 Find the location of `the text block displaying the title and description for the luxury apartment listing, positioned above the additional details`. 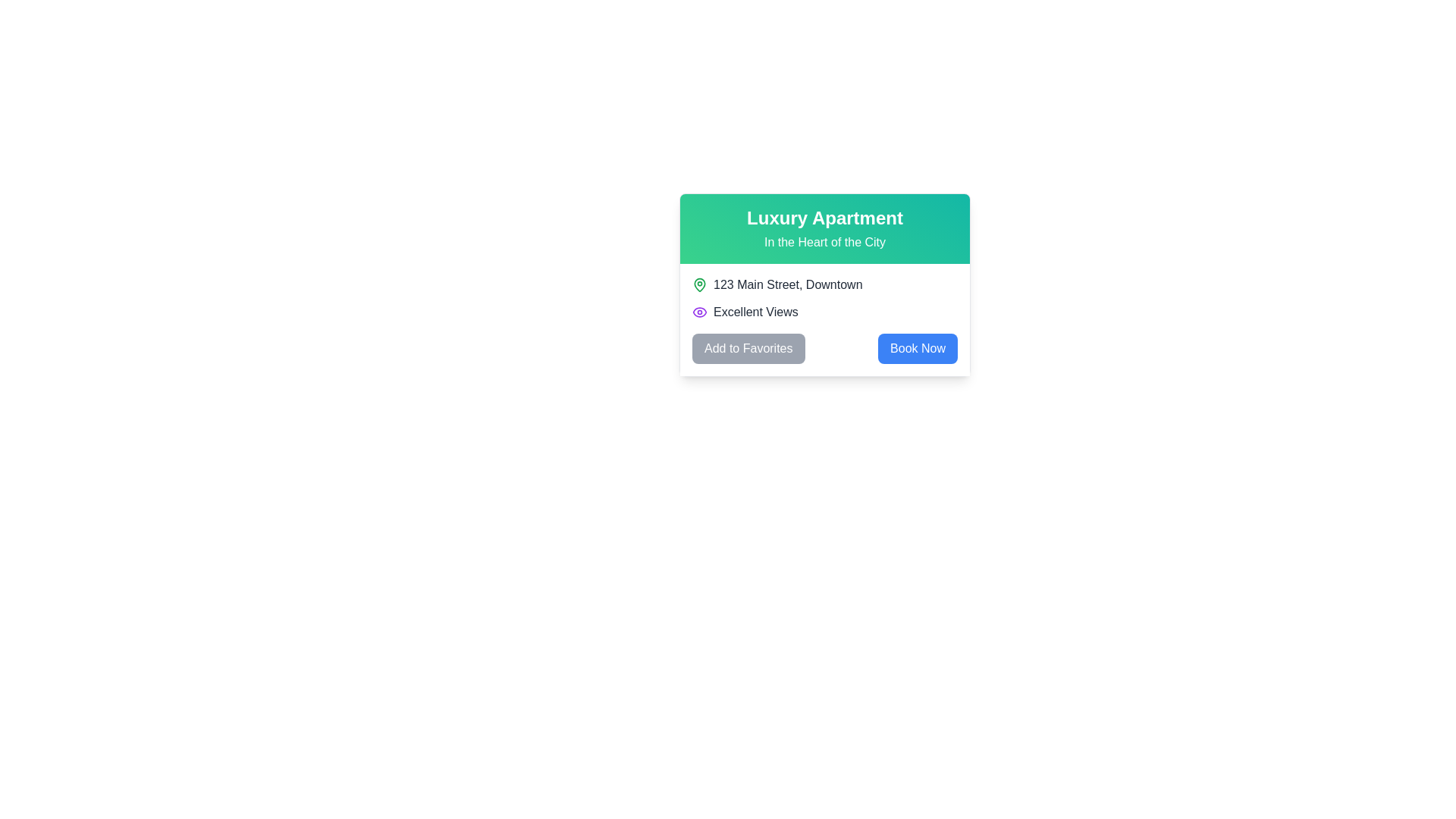

the text block displaying the title and description for the luxury apartment listing, positioned above the additional details is located at coordinates (824, 228).